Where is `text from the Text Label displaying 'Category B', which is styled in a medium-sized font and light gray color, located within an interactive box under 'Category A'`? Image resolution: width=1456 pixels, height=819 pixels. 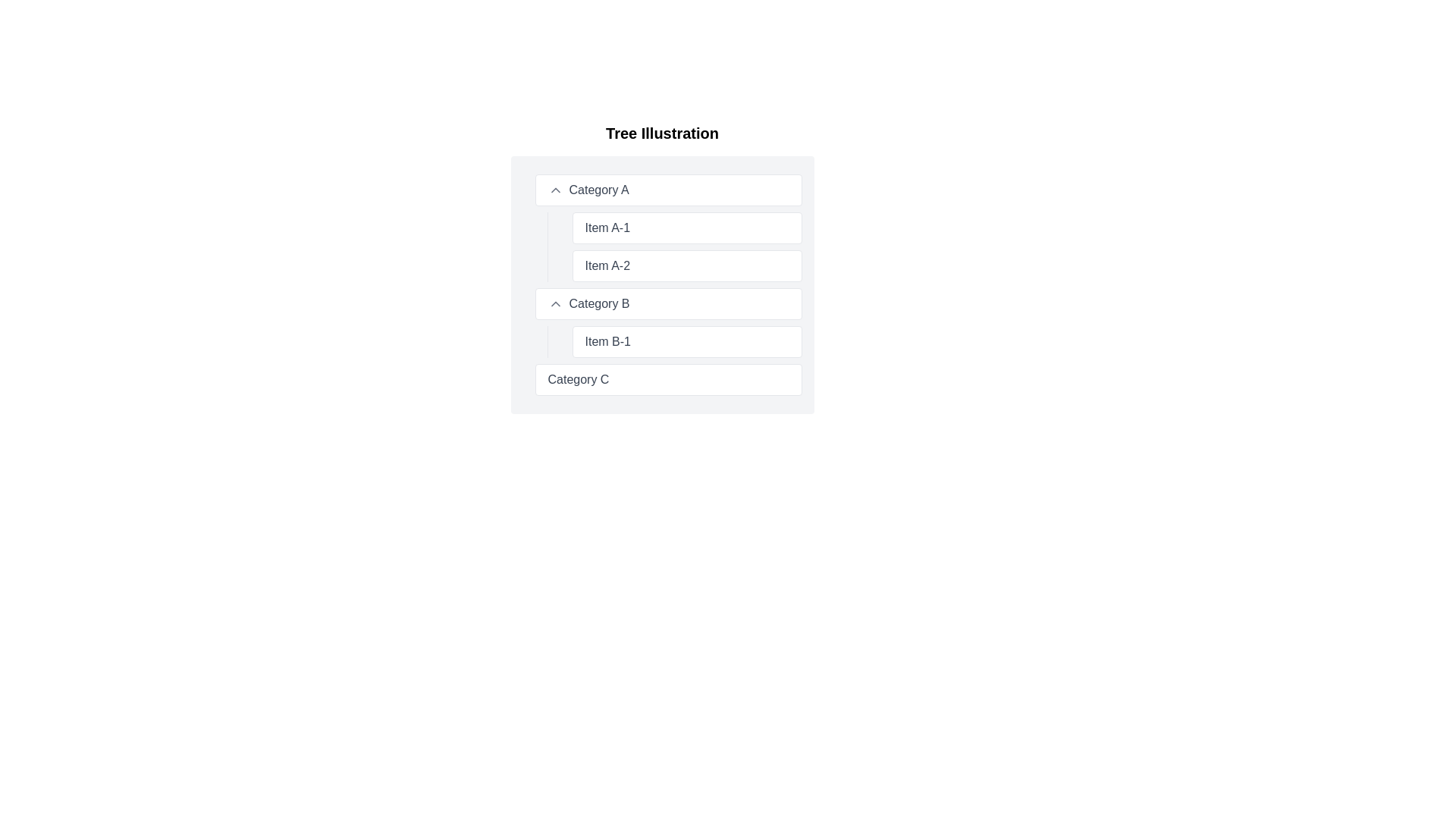 text from the Text Label displaying 'Category B', which is styled in a medium-sized font and light gray color, located within an interactive box under 'Category A' is located at coordinates (598, 304).